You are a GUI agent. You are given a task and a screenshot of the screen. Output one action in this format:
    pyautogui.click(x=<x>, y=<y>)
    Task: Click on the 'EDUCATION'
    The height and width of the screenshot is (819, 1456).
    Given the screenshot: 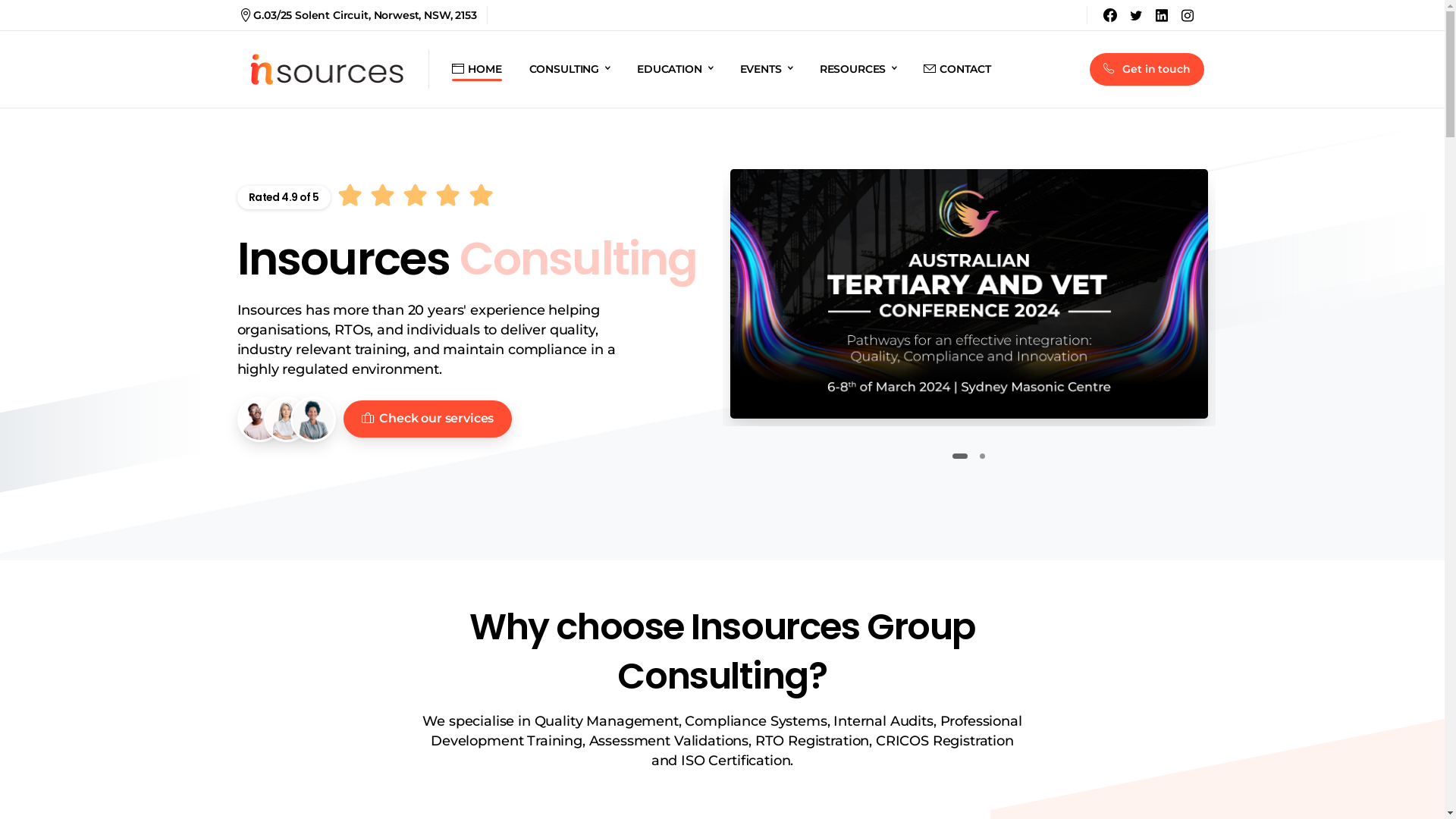 What is the action you would take?
    pyautogui.click(x=630, y=69)
    